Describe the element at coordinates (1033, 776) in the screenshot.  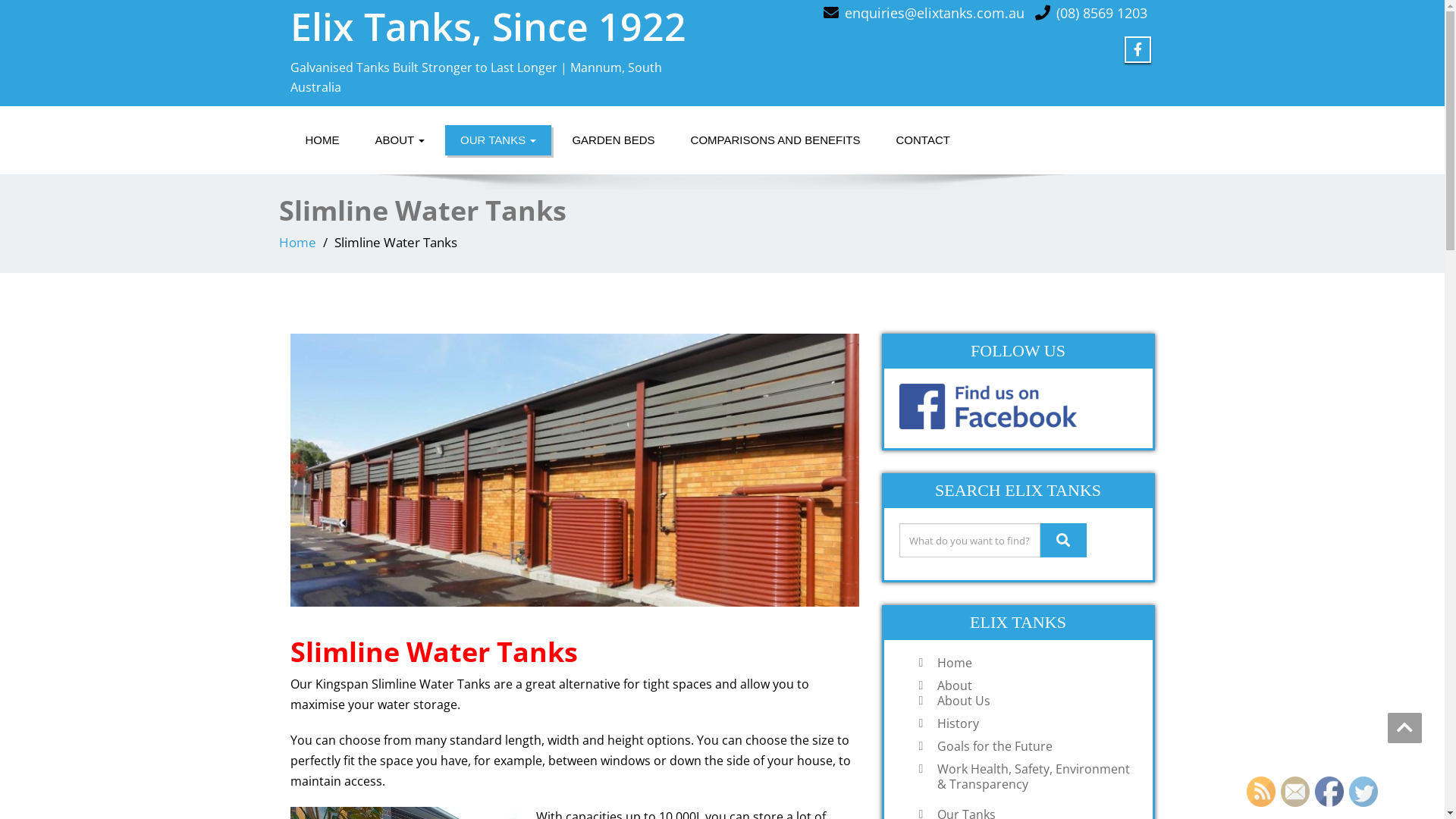
I see `'Work Health, Safety, Environment & Transparency'` at that location.